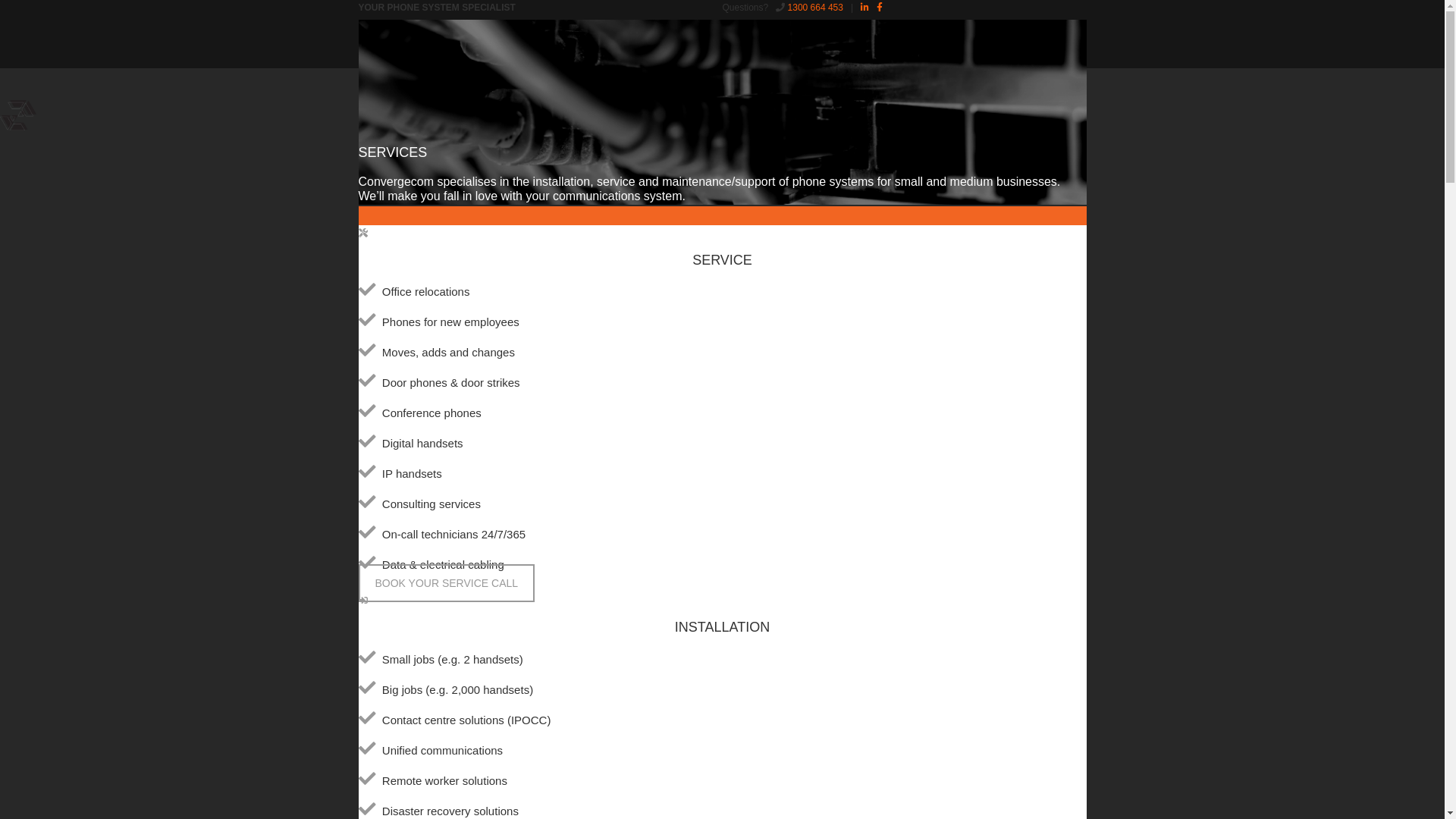 The image size is (1456, 819). What do you see at coordinates (538, 79) in the screenshot?
I see `'HELP'` at bounding box center [538, 79].